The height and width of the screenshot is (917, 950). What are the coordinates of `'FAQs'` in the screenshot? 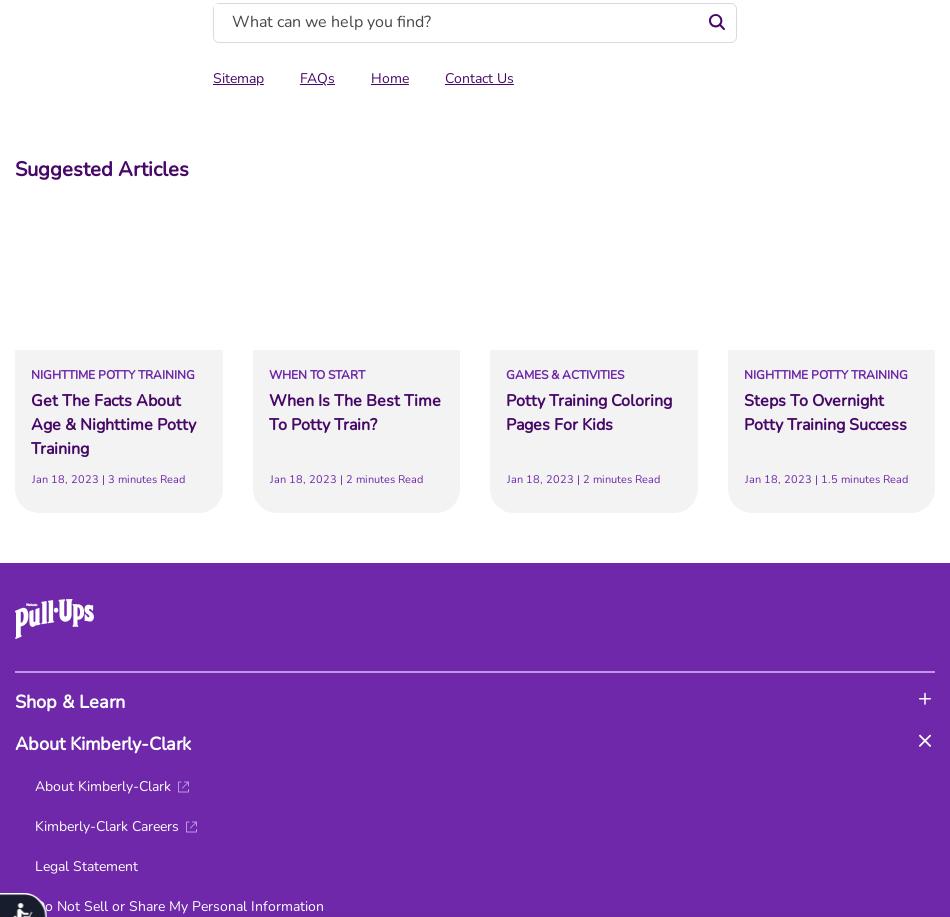 It's located at (297, 77).